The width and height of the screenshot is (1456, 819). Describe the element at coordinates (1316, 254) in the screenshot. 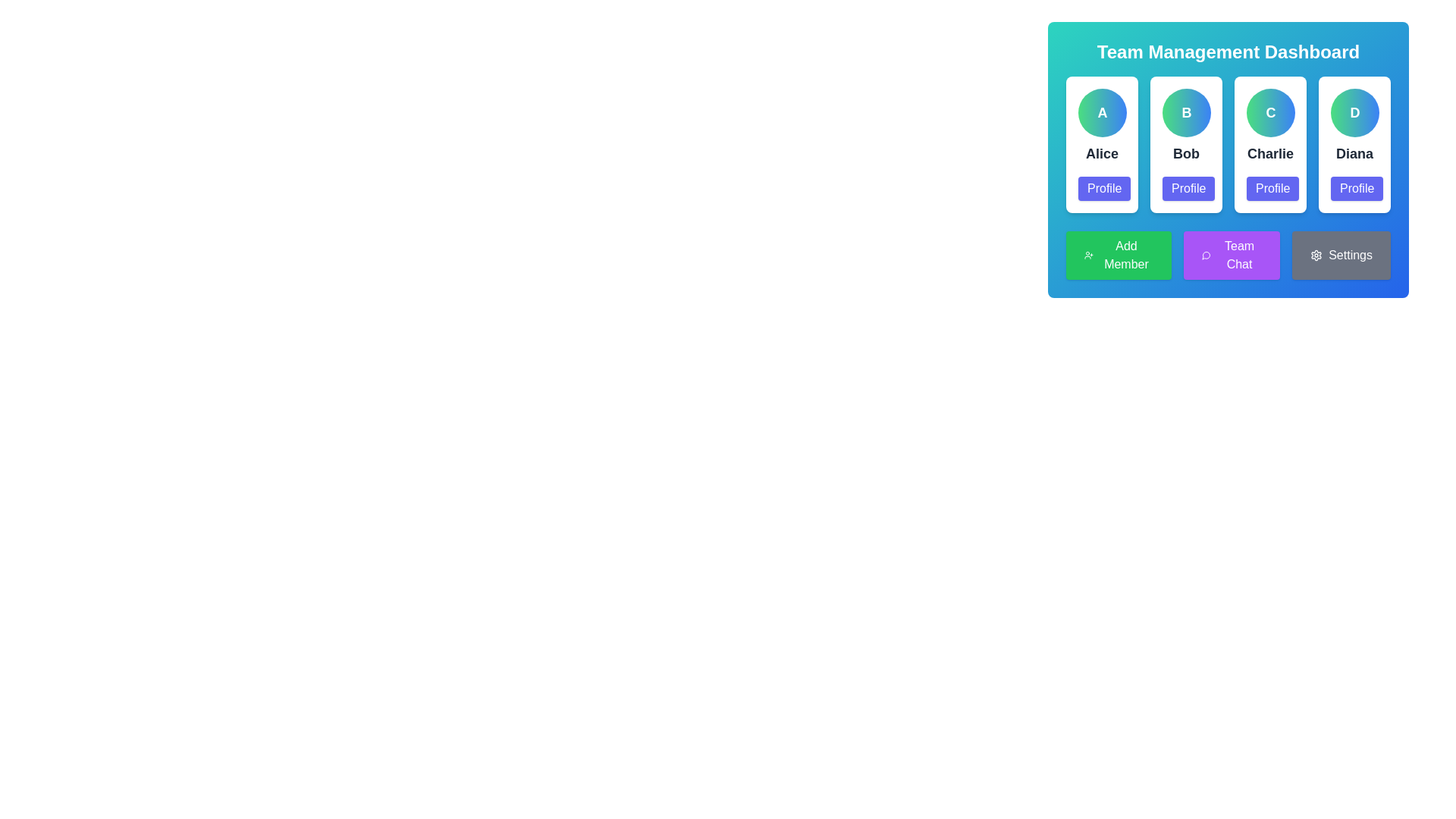

I see `the cogwheel icon indicating settings functionality, located to the left of the 'Settings' button with a dark gray background` at that location.